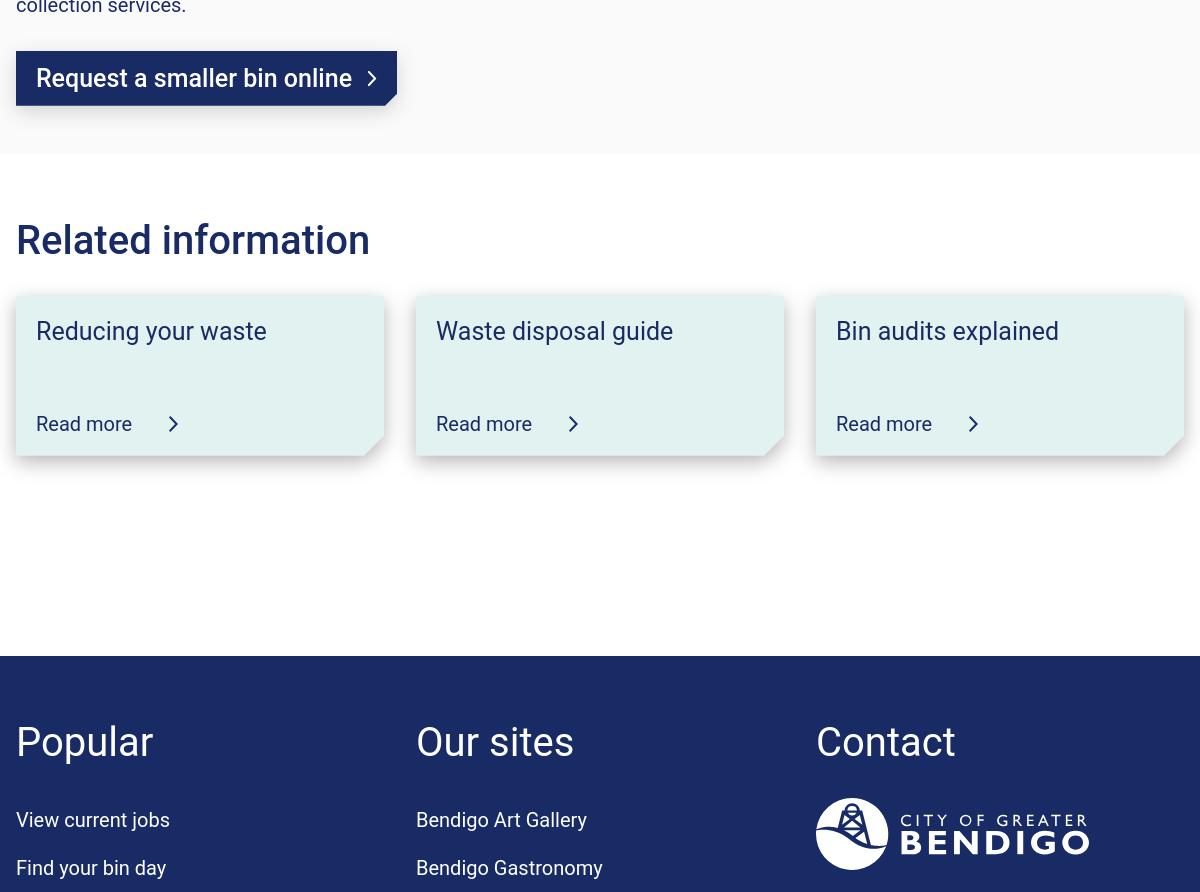 The image size is (1200, 892). I want to click on 'Bendigo Gastronomy', so click(508, 866).